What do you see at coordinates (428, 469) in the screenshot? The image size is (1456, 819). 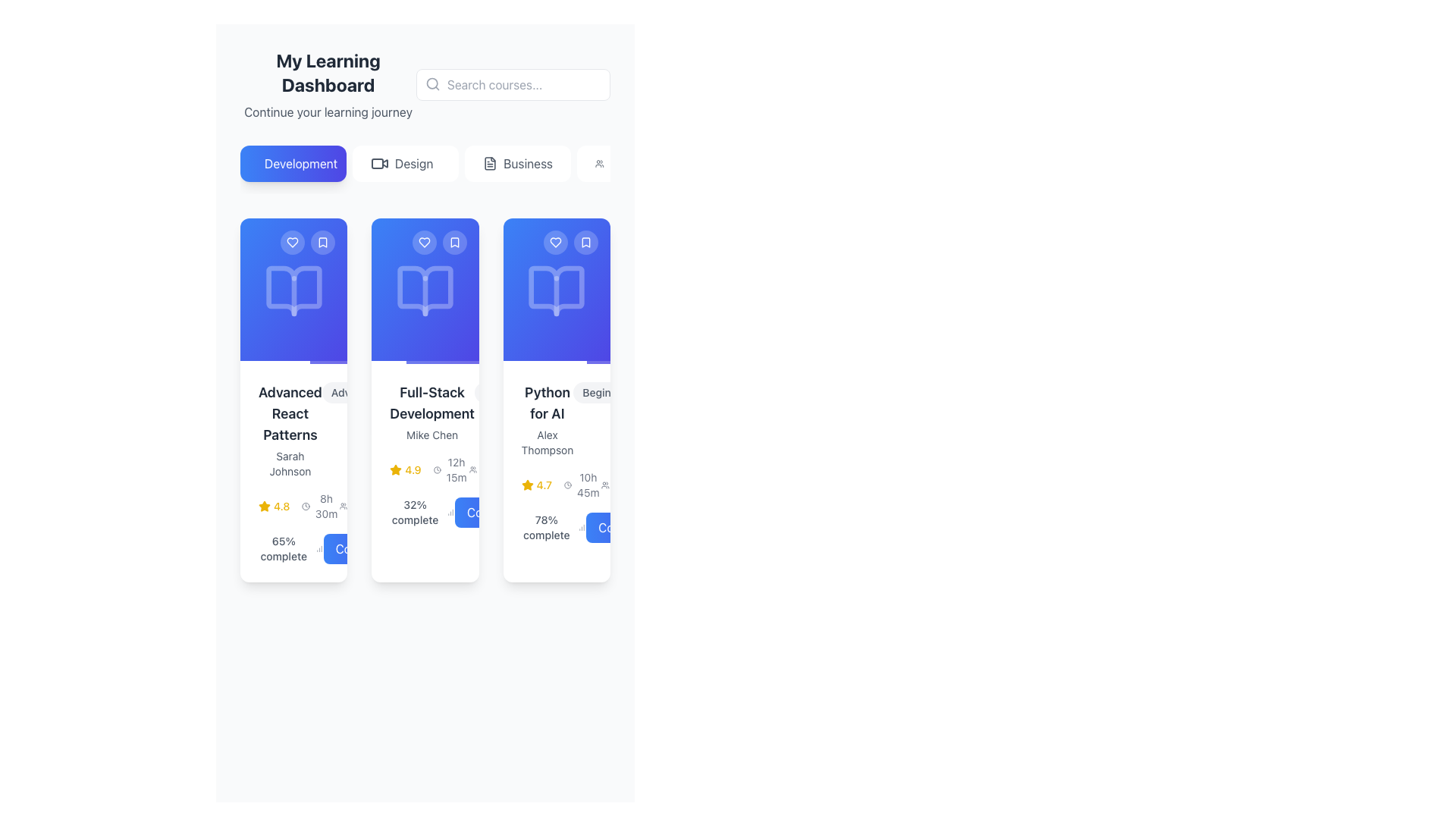 I see `rating '4.9' and the duration '12h 15m' from the Composite text and icon group located in the bottom segment of the 'Full-Stack Development' card` at bounding box center [428, 469].